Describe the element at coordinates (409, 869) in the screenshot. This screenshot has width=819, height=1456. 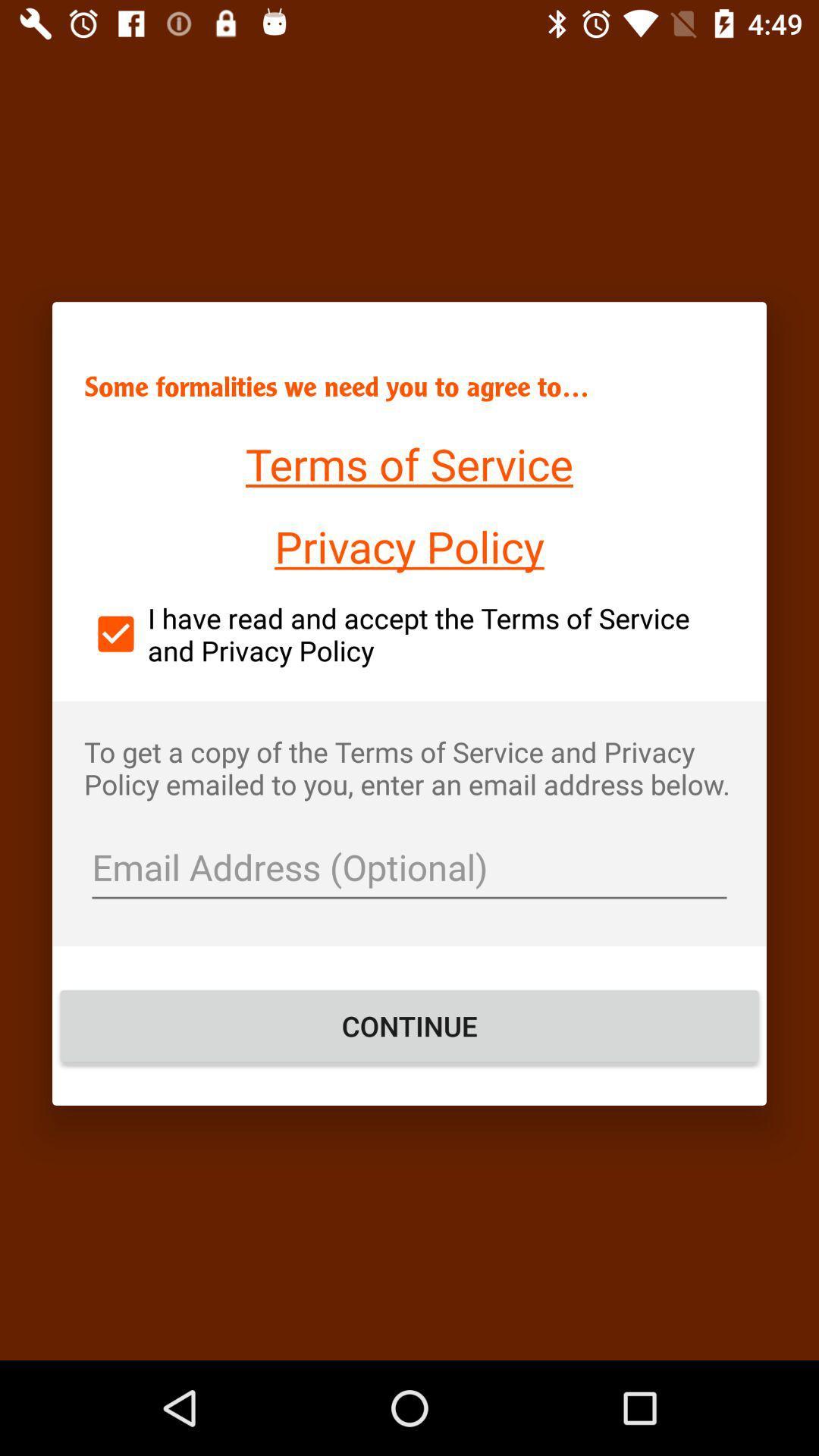
I see `put in email address` at that location.